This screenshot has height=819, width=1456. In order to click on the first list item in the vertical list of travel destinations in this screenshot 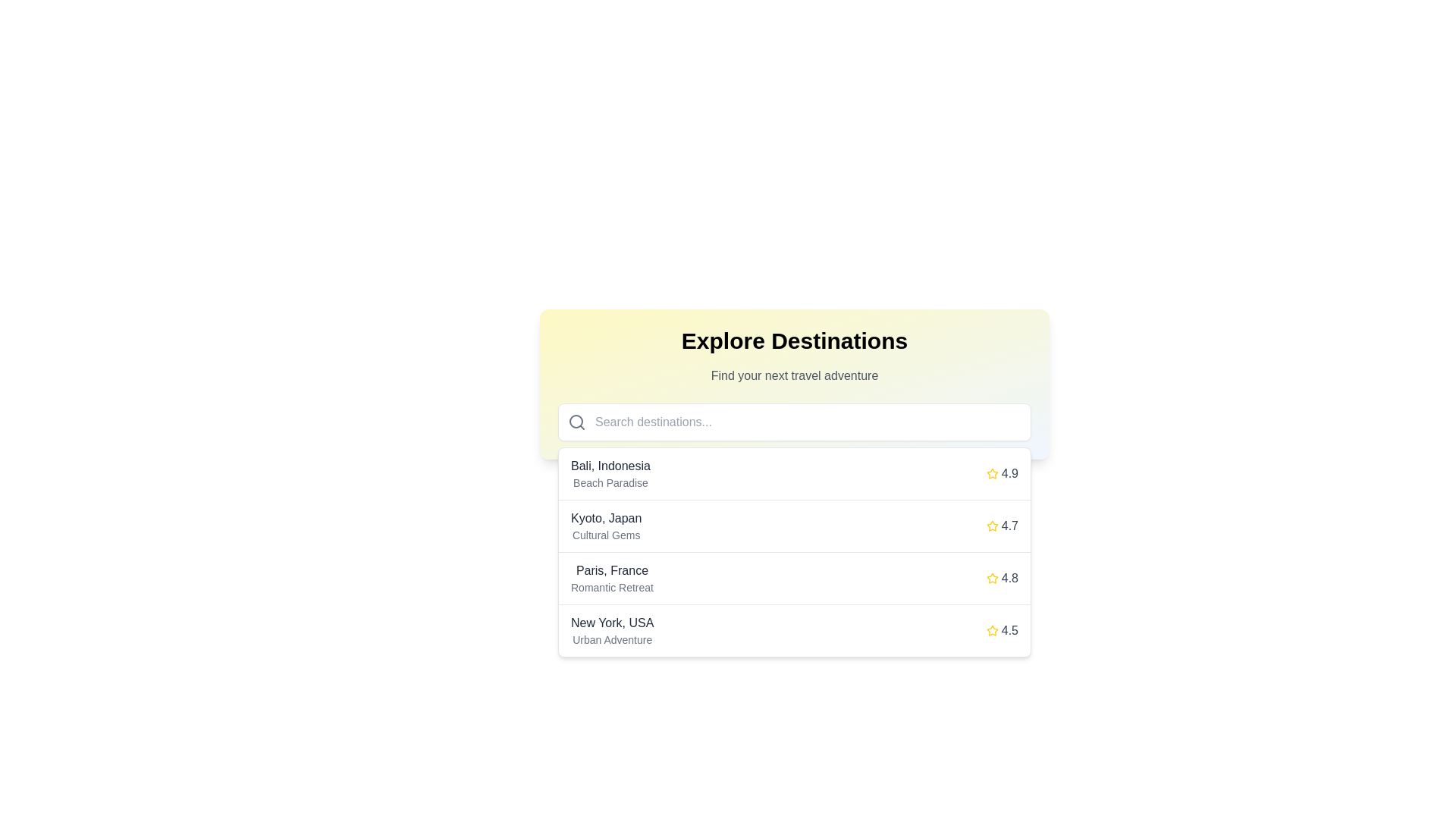, I will do `click(793, 473)`.